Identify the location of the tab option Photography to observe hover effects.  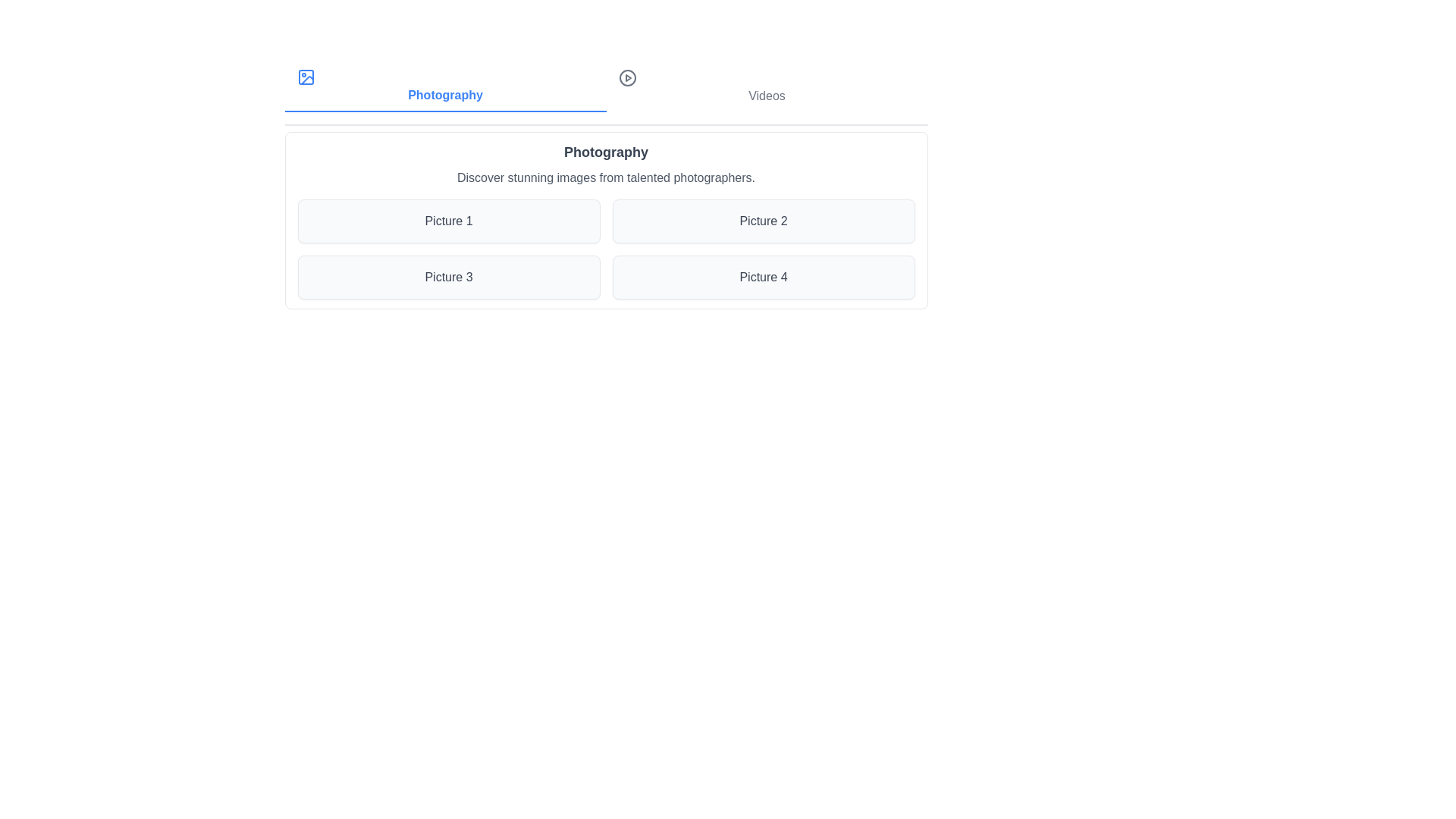
(444, 87).